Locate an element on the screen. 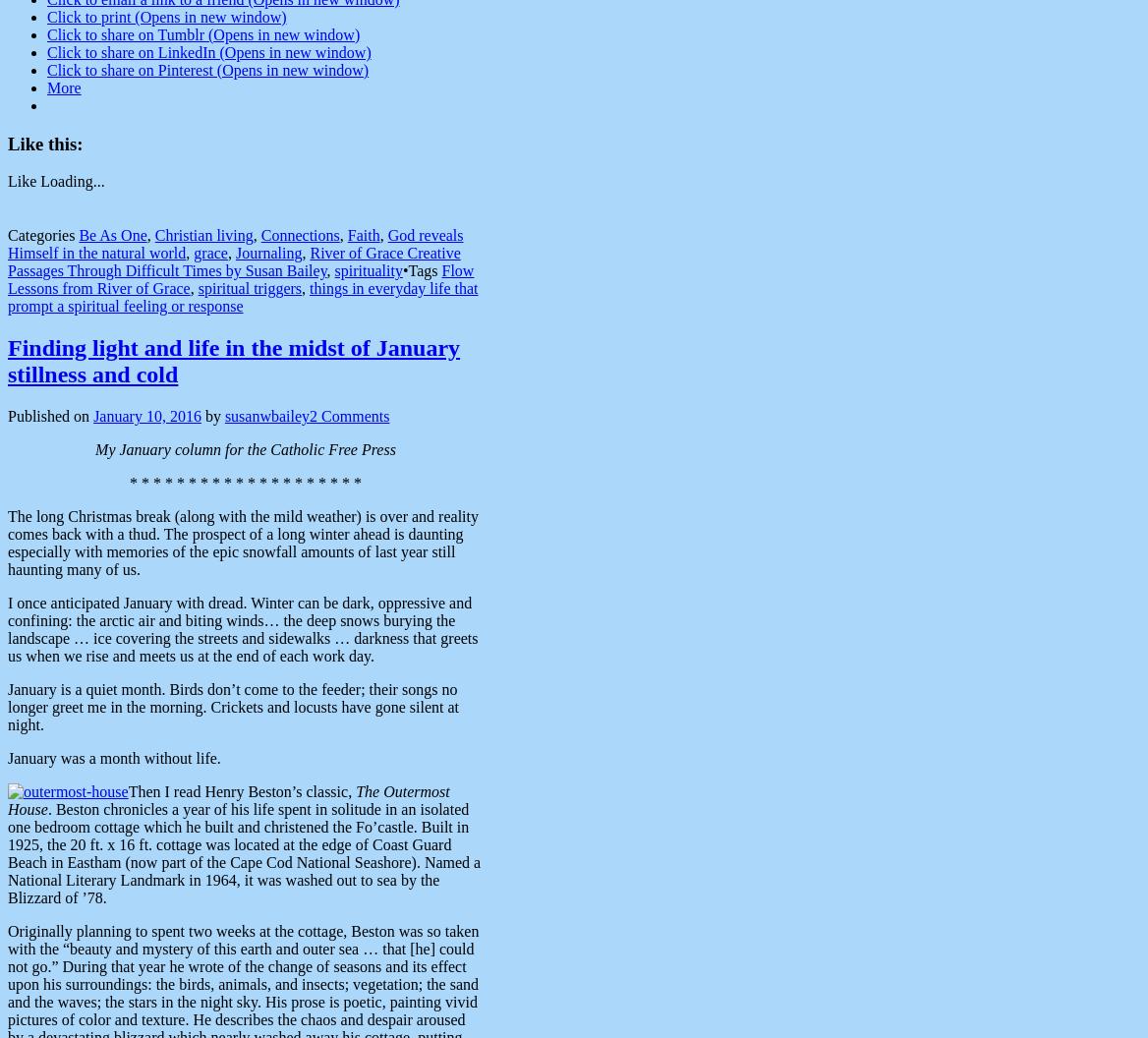 This screenshot has width=1148, height=1038. 'More' is located at coordinates (64, 86).